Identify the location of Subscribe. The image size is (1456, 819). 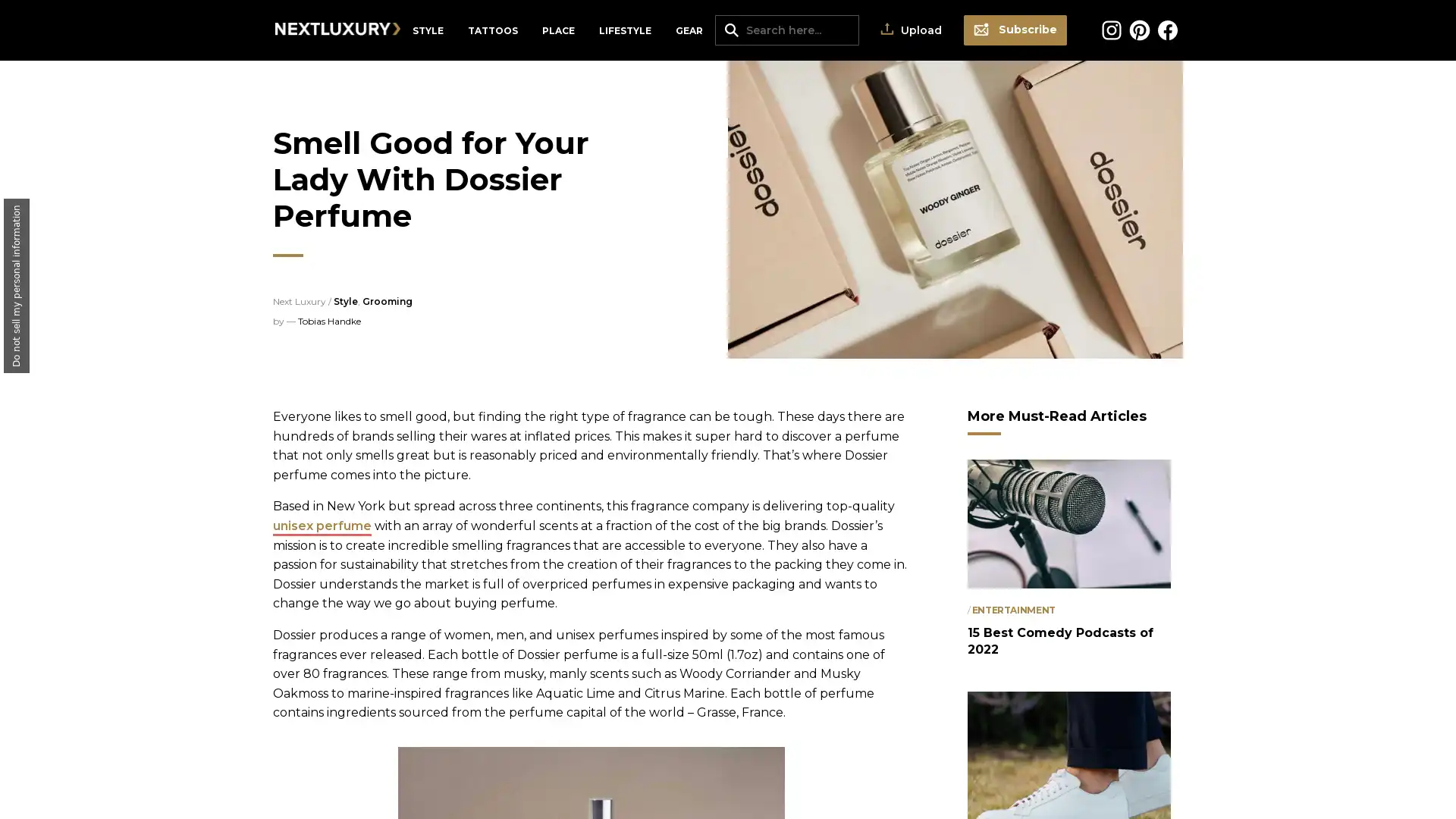
(1015, 30).